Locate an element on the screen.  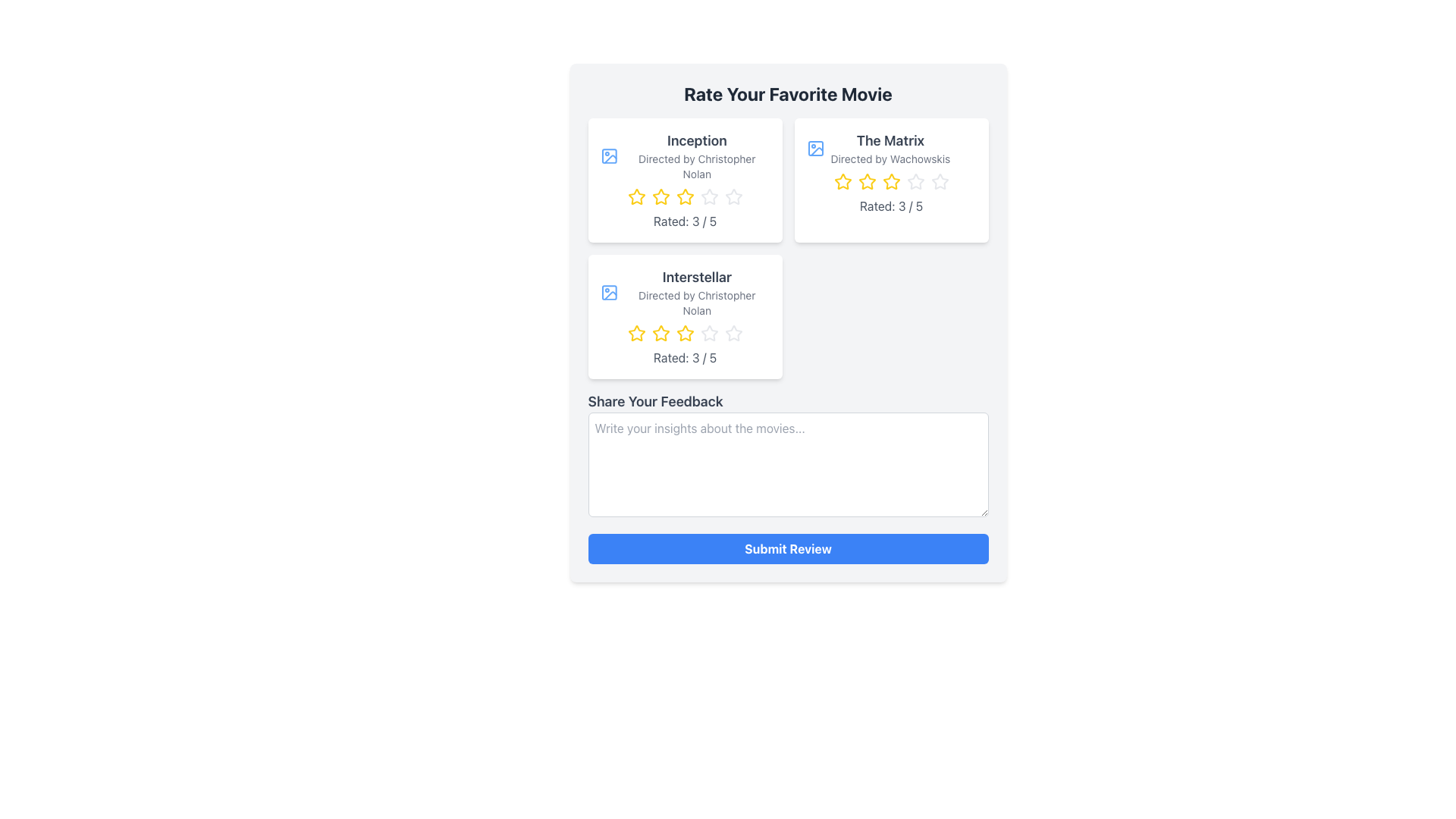
the third rating star located in the right card section under the title 'The Matrix' to rate it is located at coordinates (914, 180).